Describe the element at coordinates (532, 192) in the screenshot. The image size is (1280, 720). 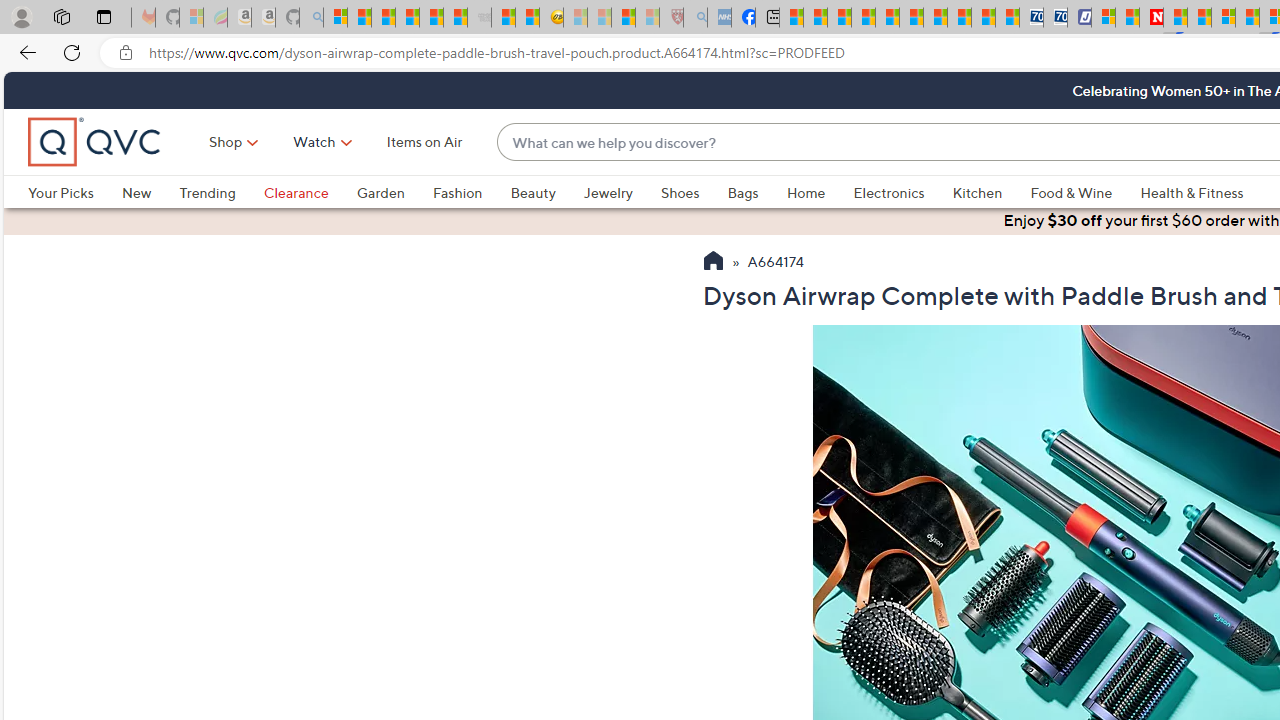
I see `'Beauty'` at that location.